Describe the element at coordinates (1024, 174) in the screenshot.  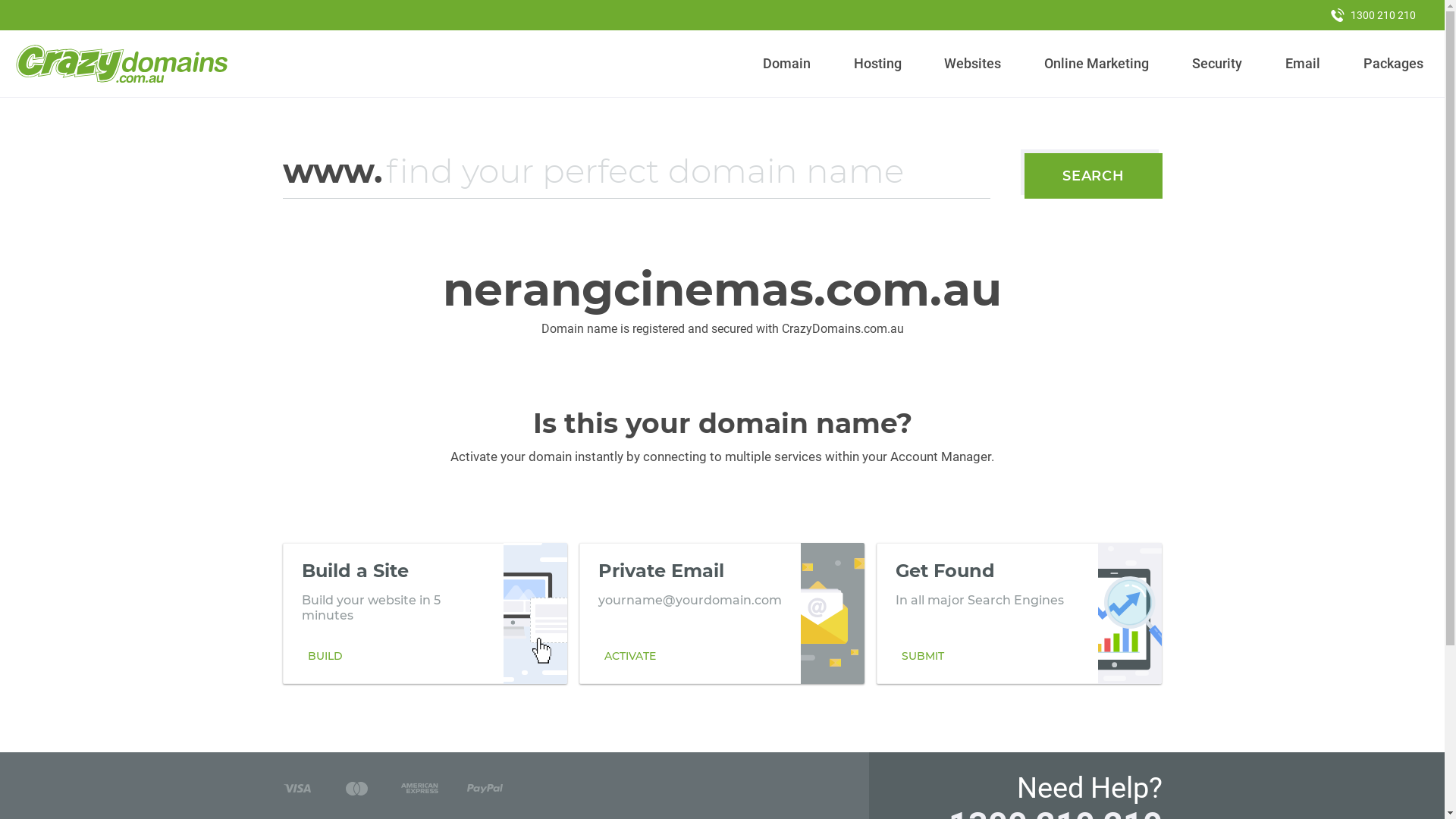
I see `'SEARCH'` at that location.